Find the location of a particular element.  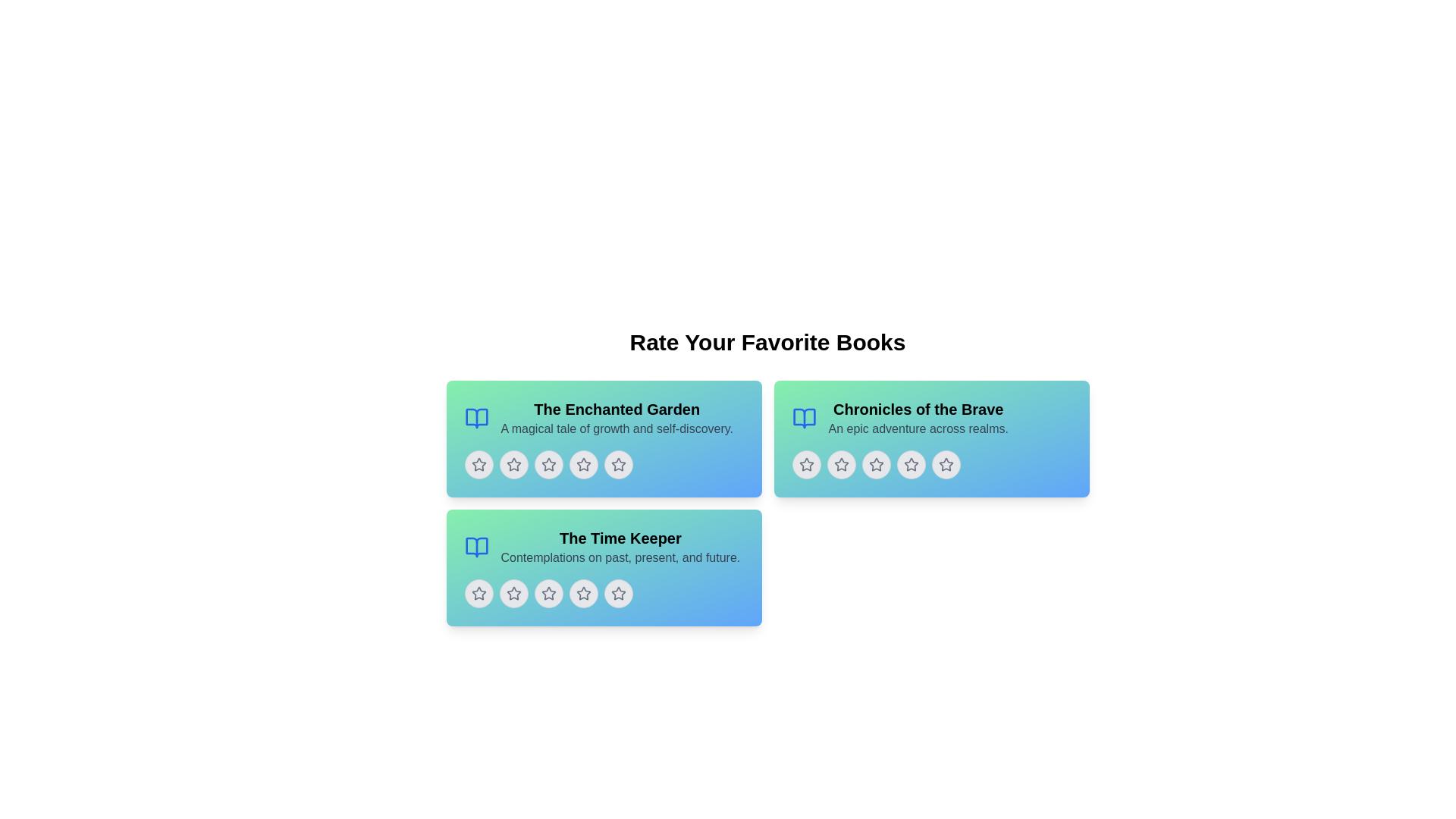

the third star-shaped Rating Star Icon with a gray outline in the rating section of 'The Enchanted Garden' to rate is located at coordinates (582, 464).